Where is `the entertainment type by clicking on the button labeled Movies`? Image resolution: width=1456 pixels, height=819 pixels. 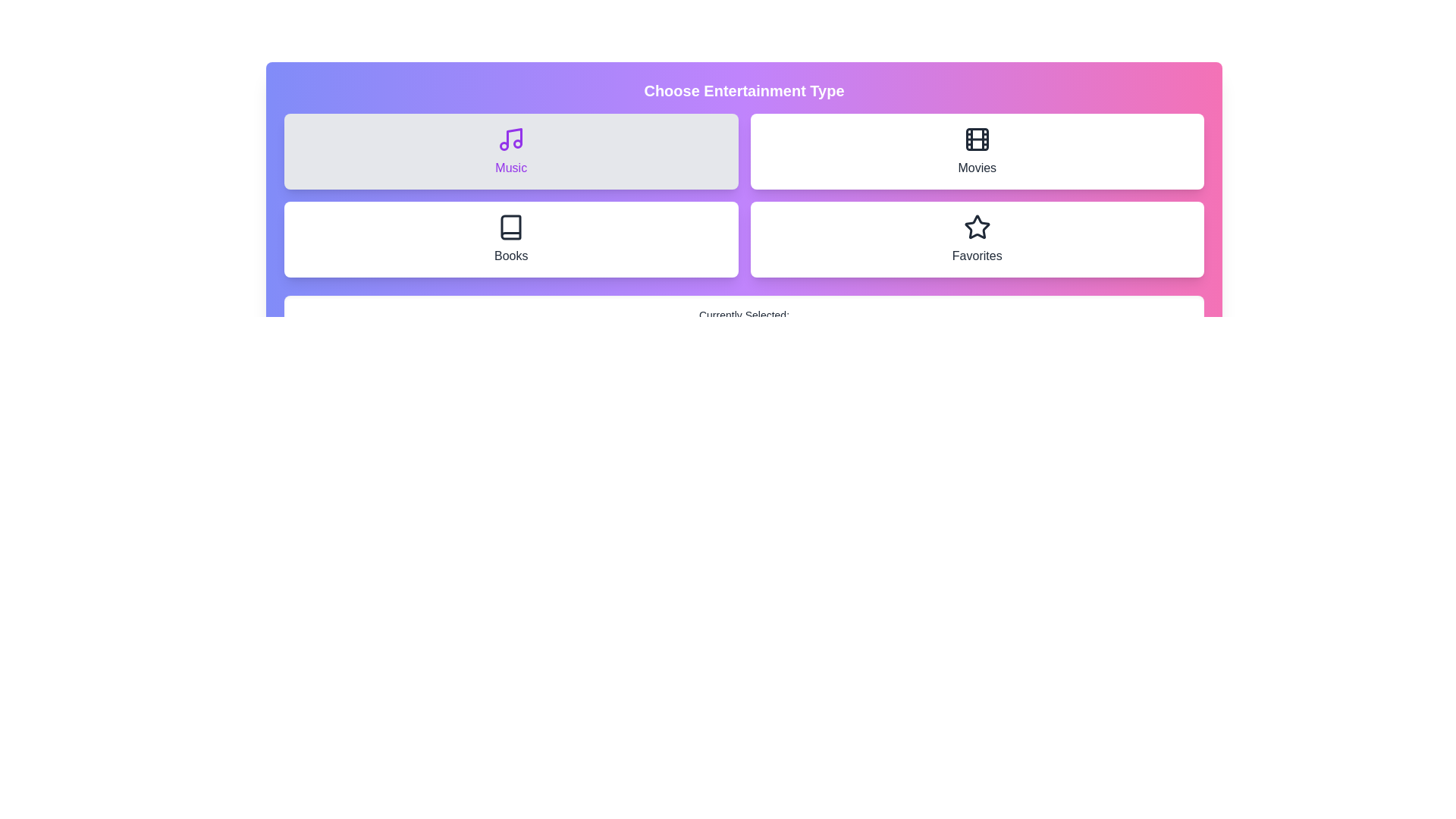 the entertainment type by clicking on the button labeled Movies is located at coordinates (977, 152).